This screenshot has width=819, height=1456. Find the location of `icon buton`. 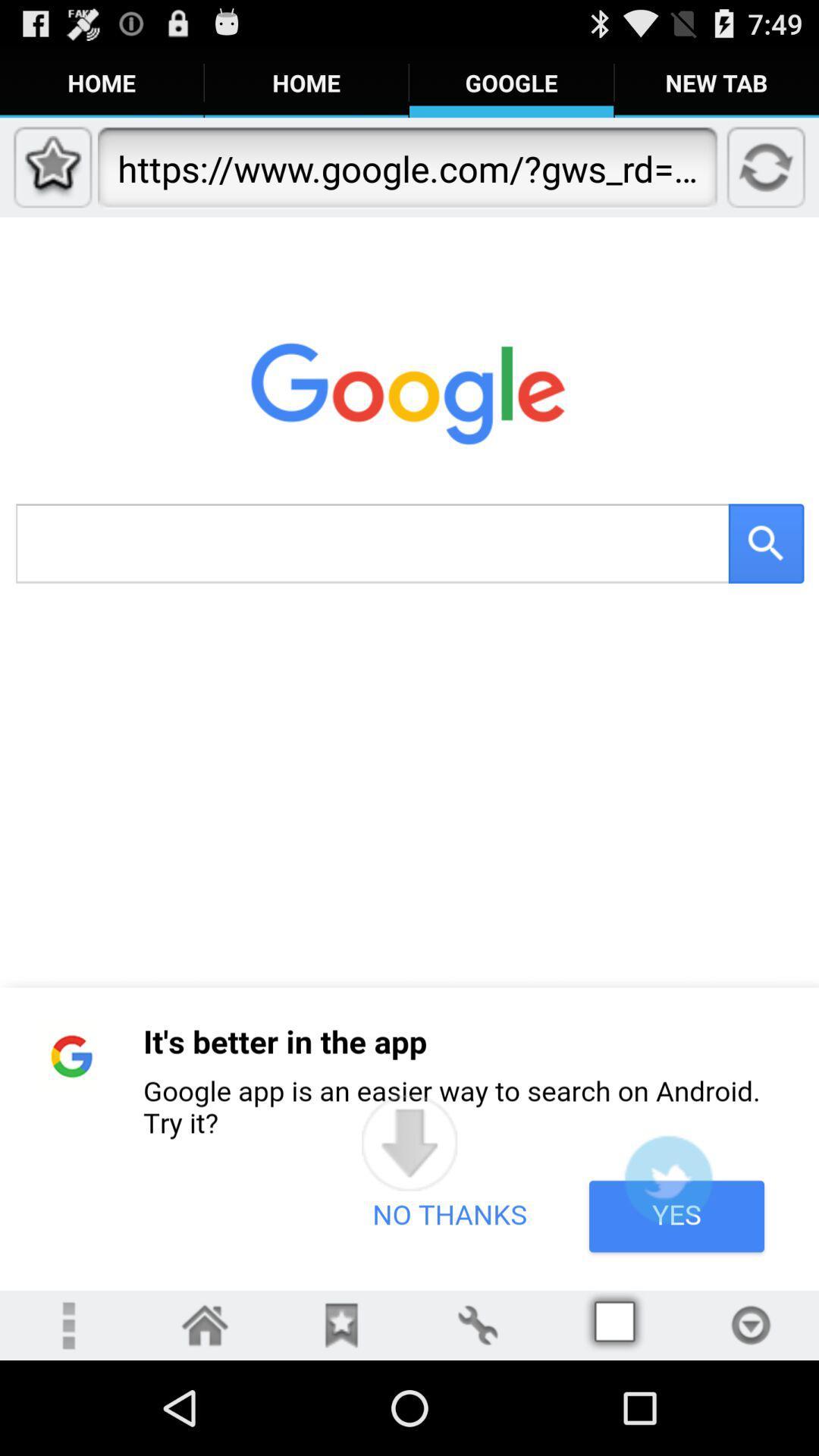

icon buton is located at coordinates (205, 1324).